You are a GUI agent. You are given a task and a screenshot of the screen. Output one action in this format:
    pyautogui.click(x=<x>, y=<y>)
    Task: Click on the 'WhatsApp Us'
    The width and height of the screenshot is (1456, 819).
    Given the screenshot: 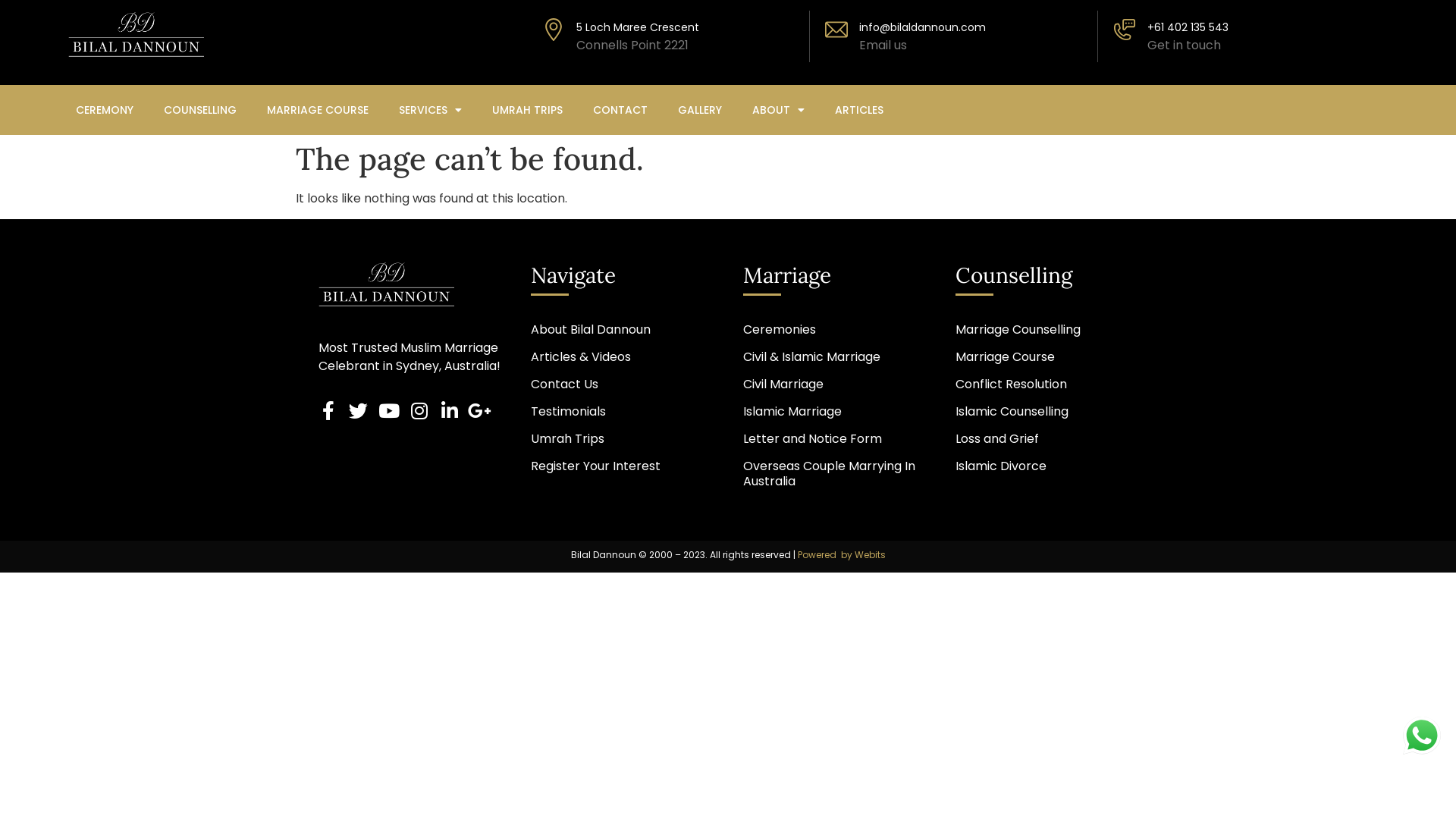 What is the action you would take?
    pyautogui.click(x=1401, y=734)
    